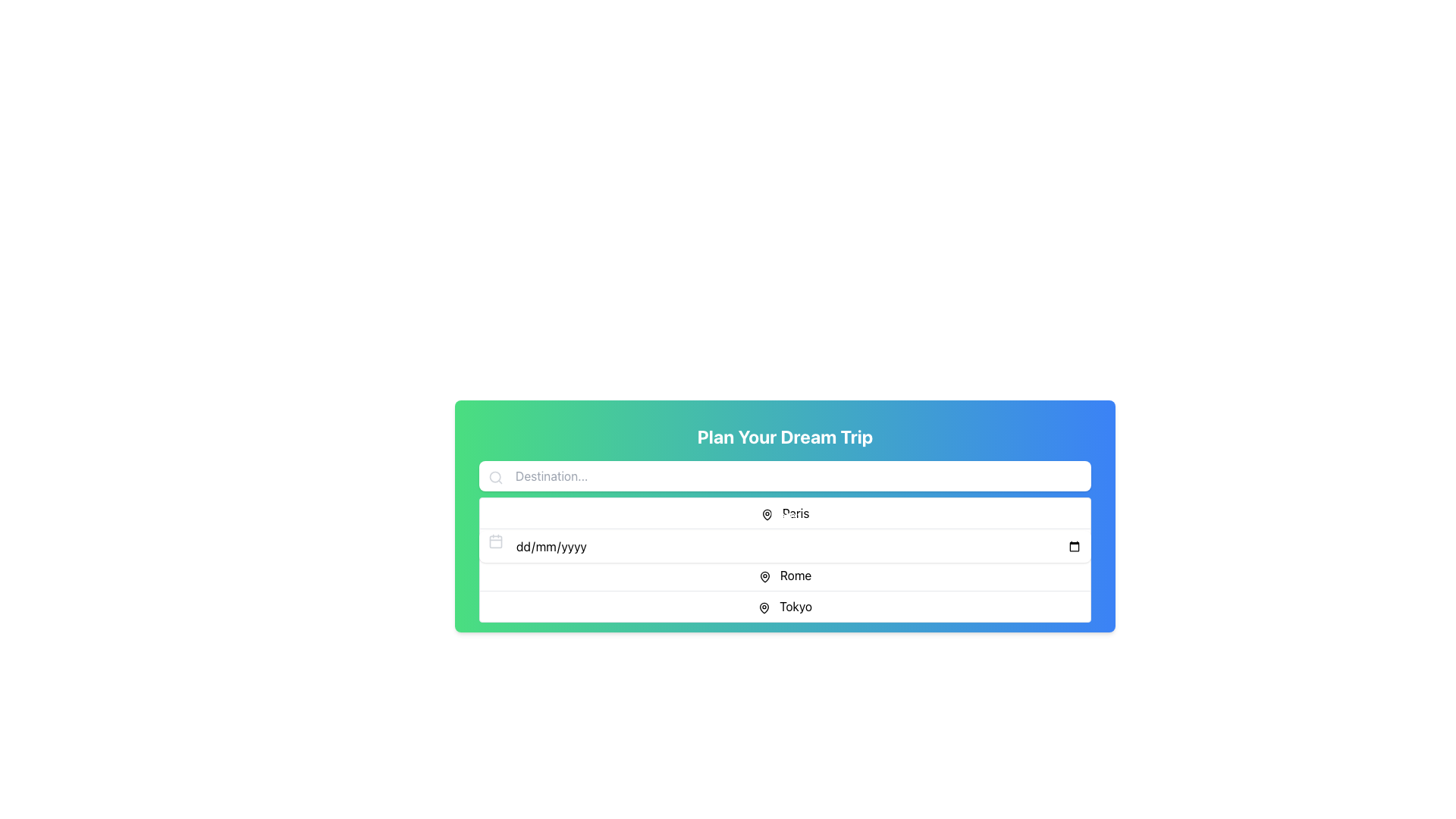  What do you see at coordinates (785, 513) in the screenshot?
I see `to select the destination option 'Paris' from the first item in the vertical menu of destinations` at bounding box center [785, 513].